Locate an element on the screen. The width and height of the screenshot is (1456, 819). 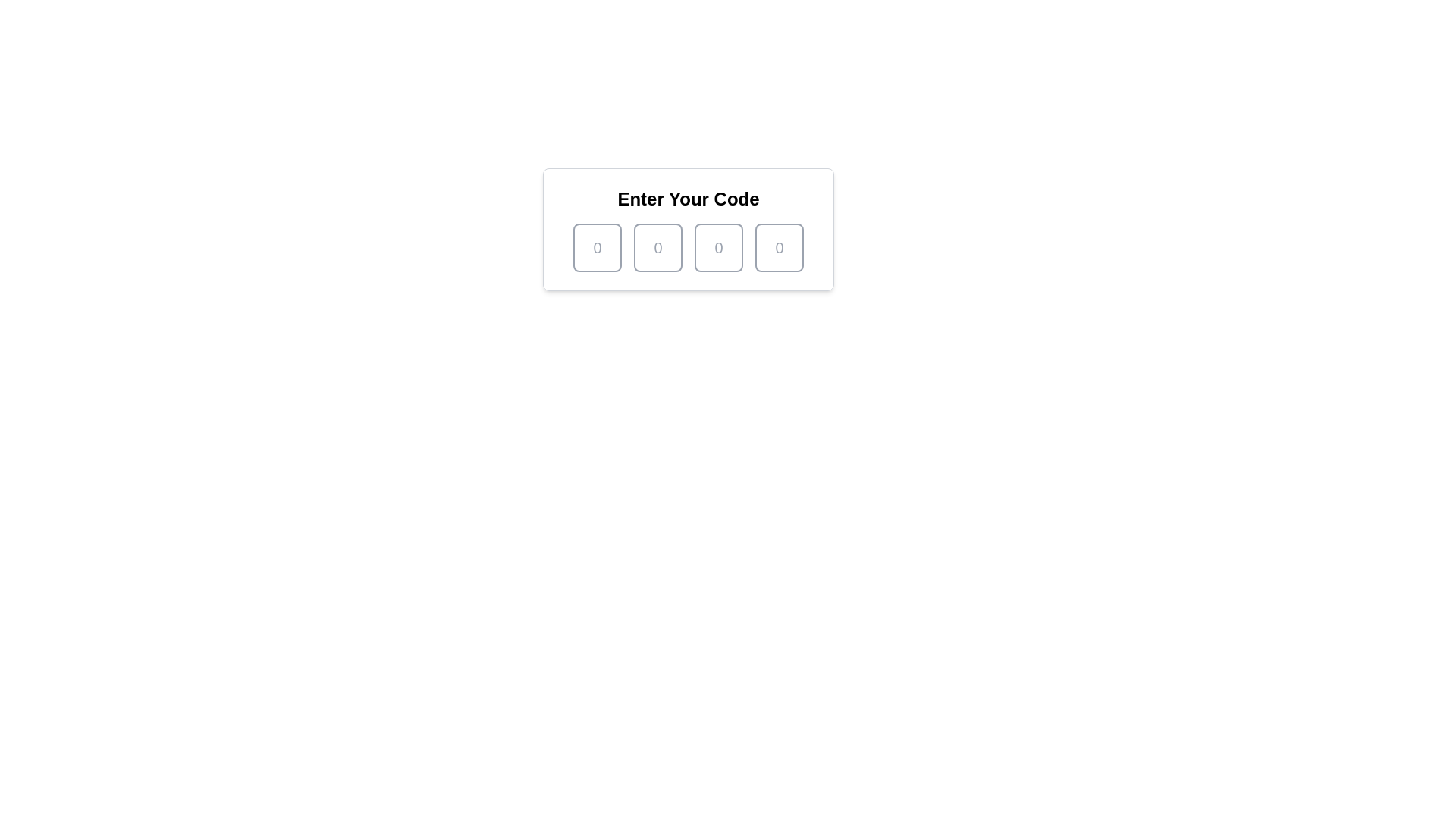
the second input box for entering a single character in the code, which is located below the label 'Enter Your Code' is located at coordinates (658, 247).